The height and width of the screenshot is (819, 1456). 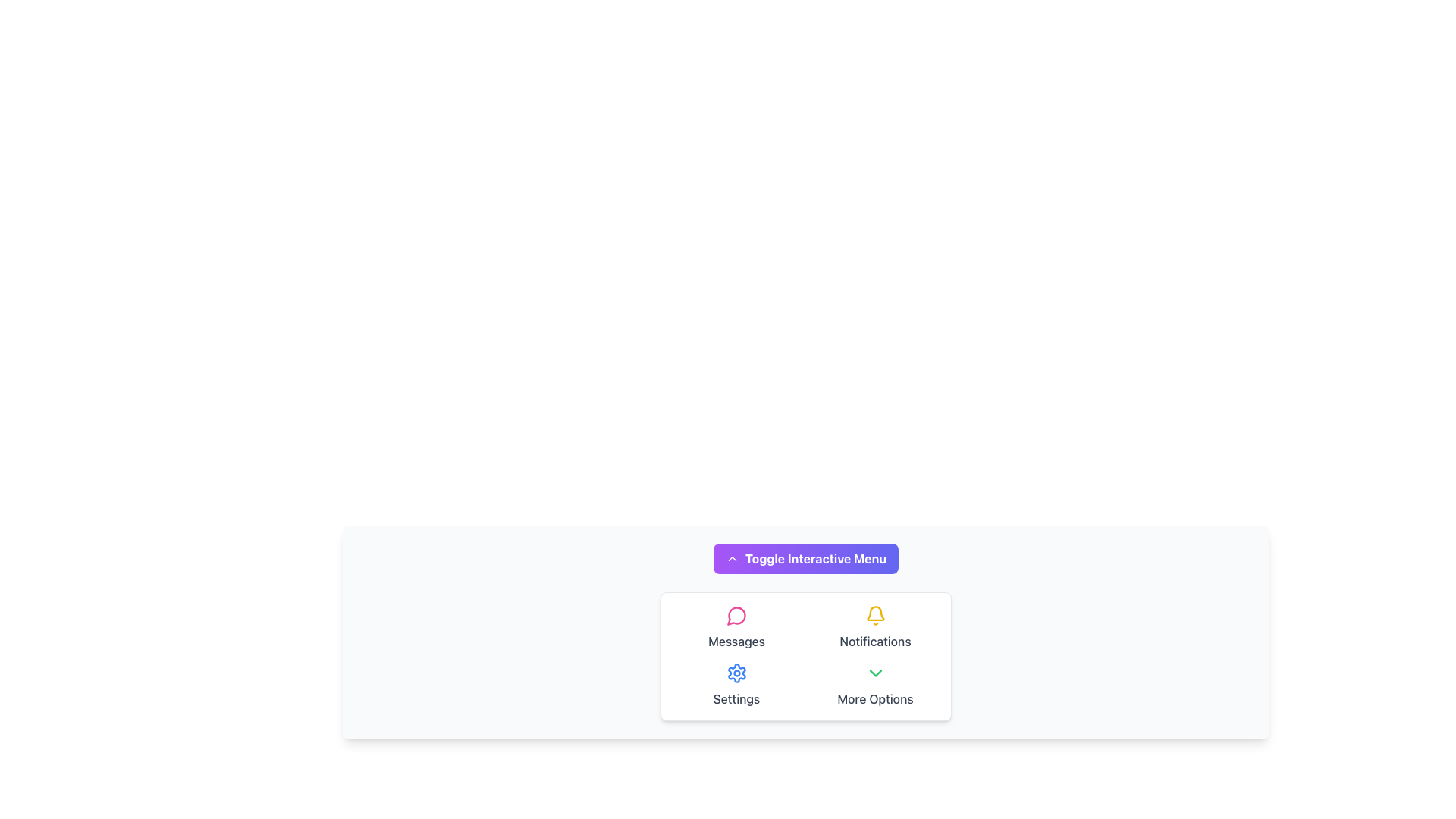 What do you see at coordinates (875, 672) in the screenshot?
I see `the green chevron down icon above the 'More Options' label` at bounding box center [875, 672].